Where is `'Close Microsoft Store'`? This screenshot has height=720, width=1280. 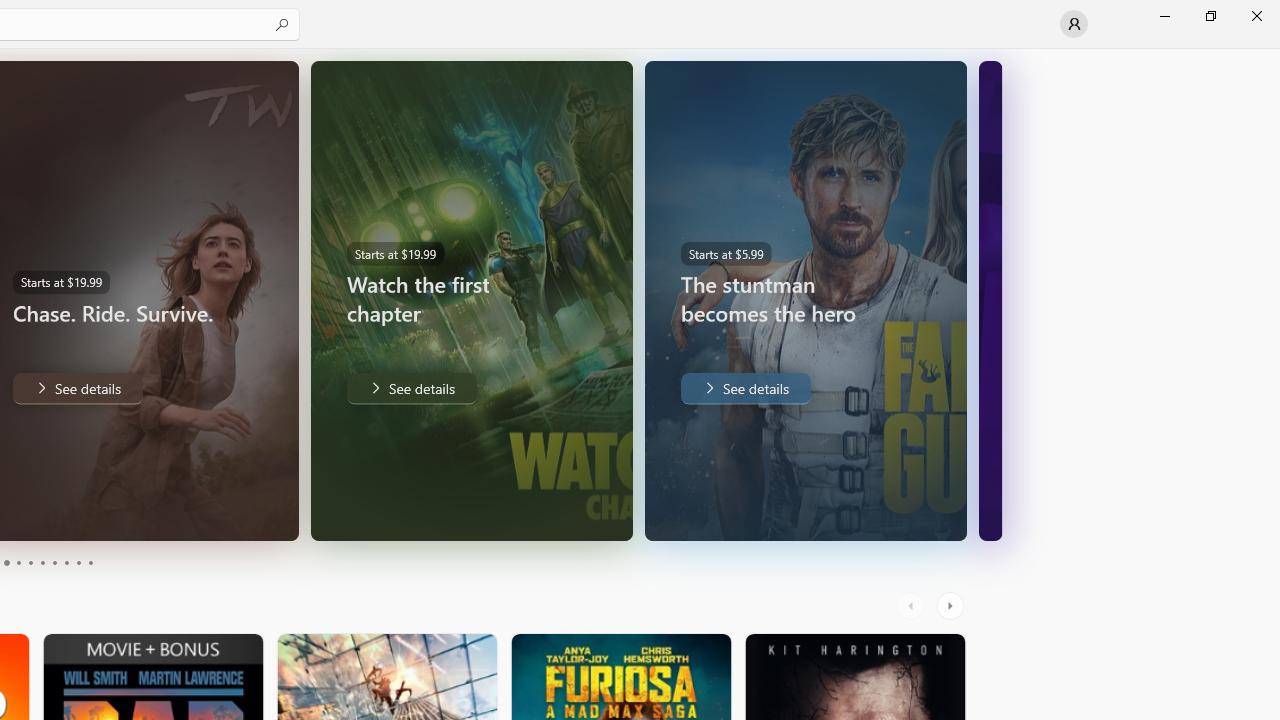
'Close Microsoft Store' is located at coordinates (1255, 15).